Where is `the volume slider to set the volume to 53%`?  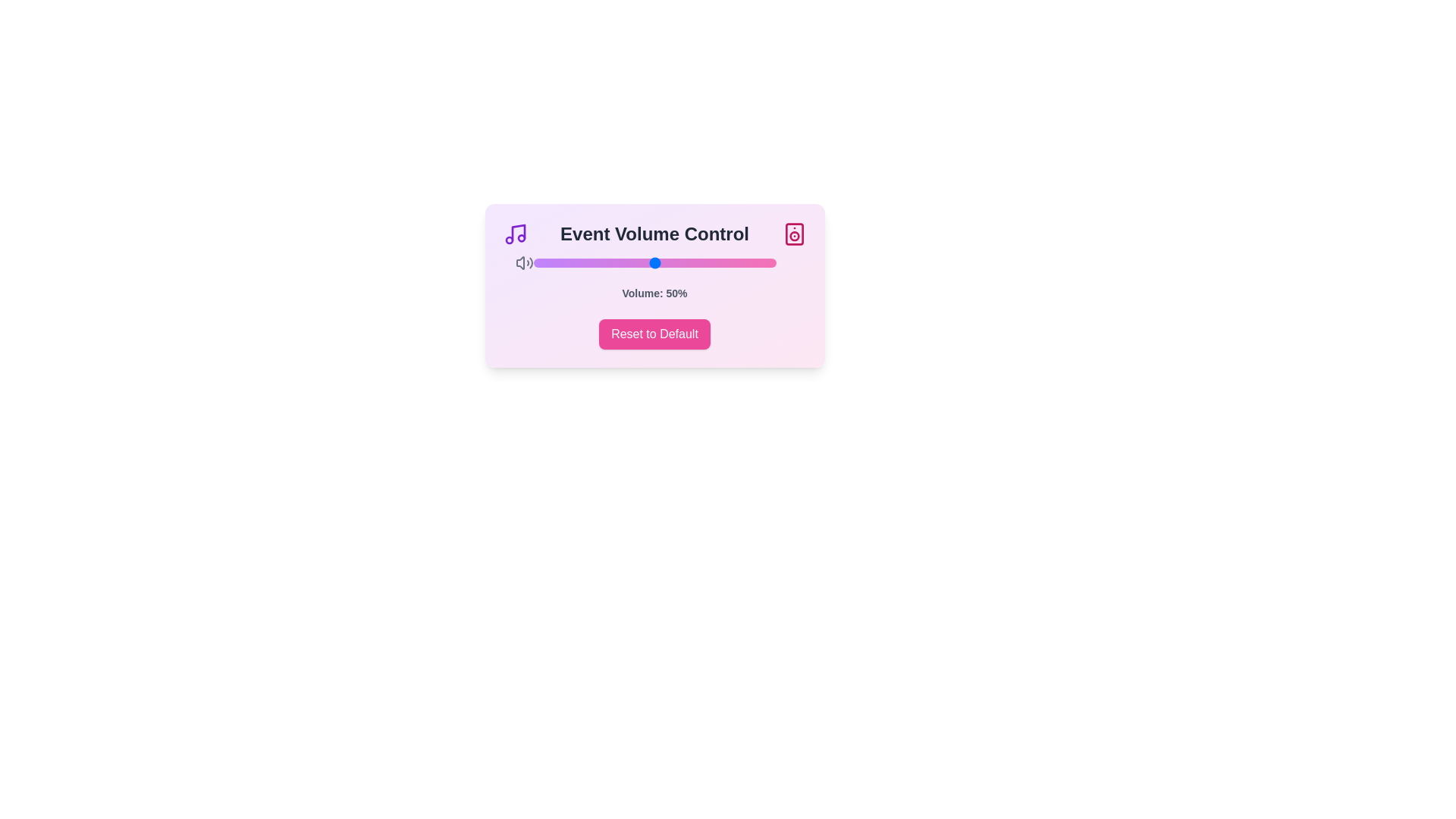
the volume slider to set the volume to 53% is located at coordinates (662, 262).